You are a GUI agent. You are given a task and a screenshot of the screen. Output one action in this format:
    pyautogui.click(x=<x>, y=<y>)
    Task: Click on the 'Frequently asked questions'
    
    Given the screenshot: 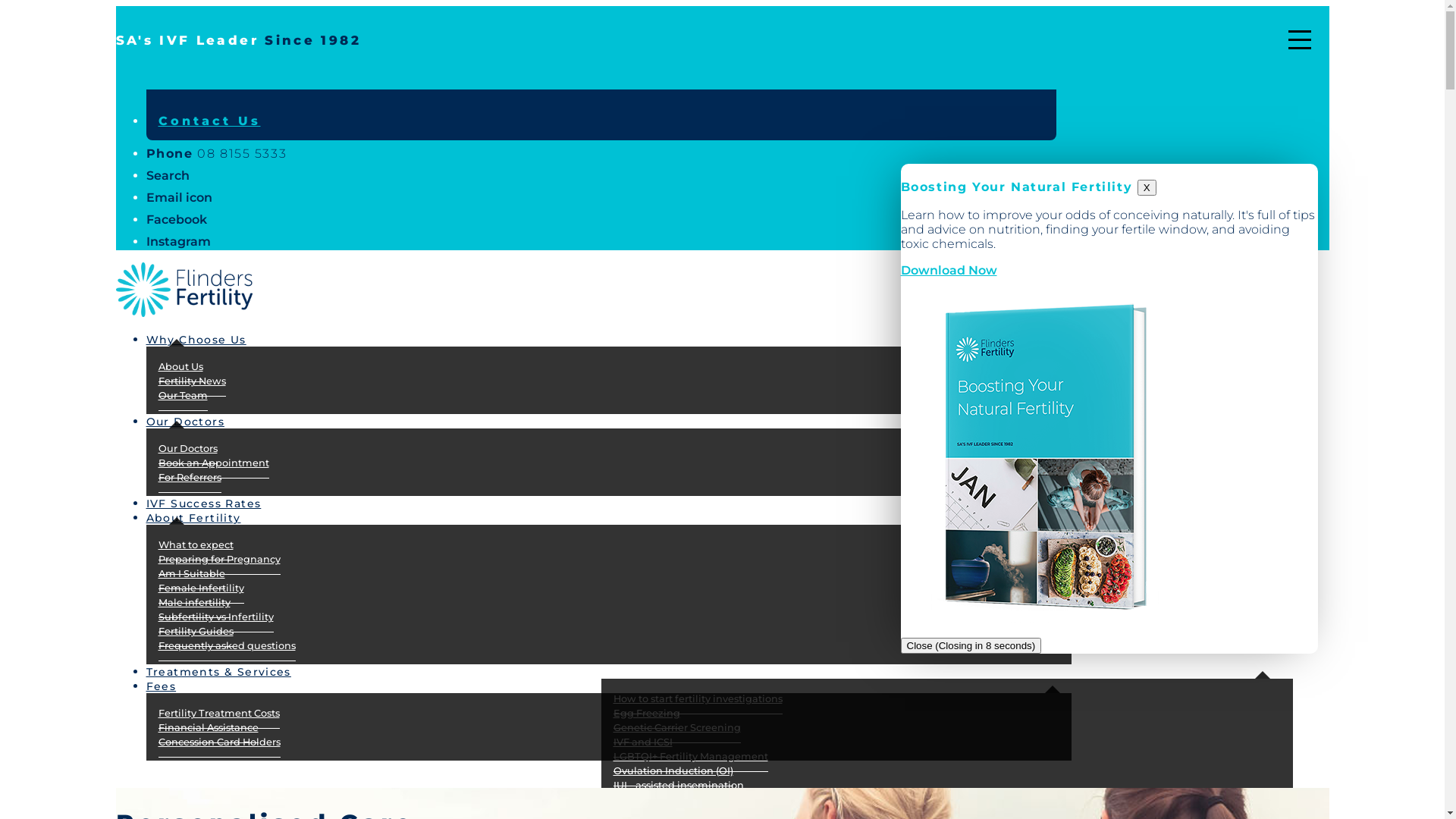 What is the action you would take?
    pyautogui.click(x=225, y=646)
    